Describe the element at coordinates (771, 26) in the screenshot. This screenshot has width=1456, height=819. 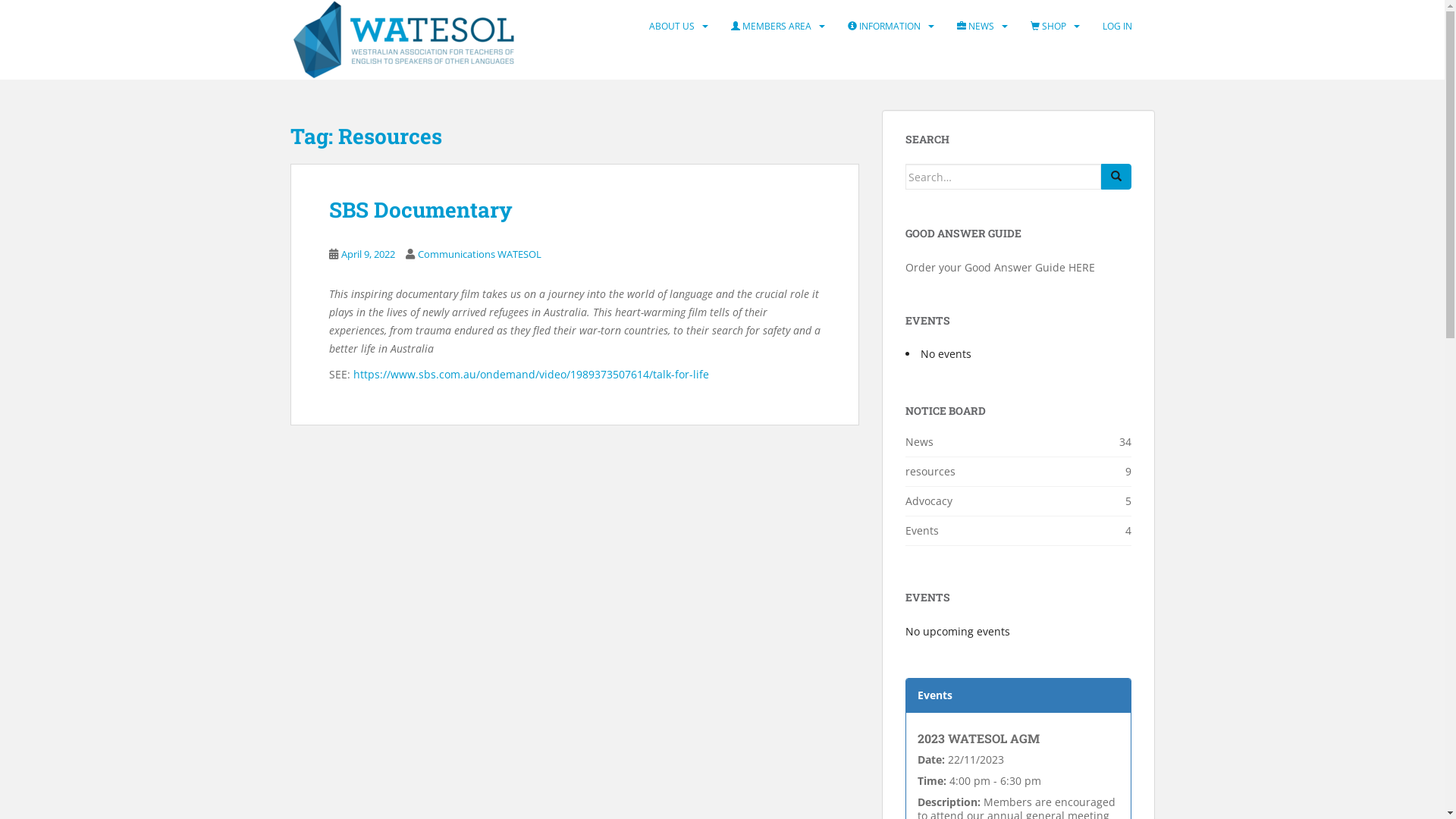
I see `'MEMBERS AREA'` at that location.